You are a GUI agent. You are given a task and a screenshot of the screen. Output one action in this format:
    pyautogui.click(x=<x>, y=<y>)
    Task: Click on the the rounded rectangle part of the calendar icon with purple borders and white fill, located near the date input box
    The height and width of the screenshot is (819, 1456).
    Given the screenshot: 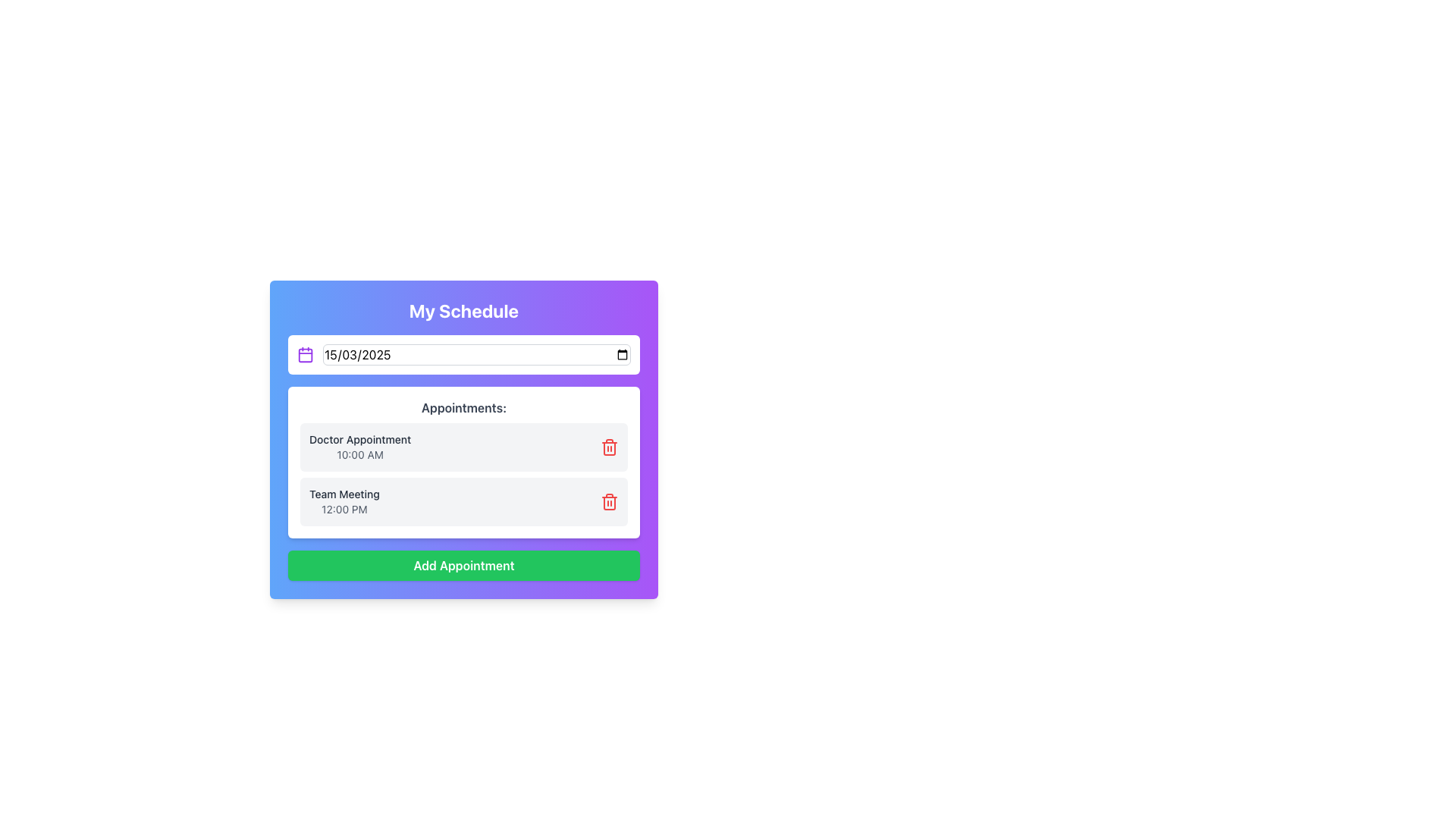 What is the action you would take?
    pyautogui.click(x=305, y=355)
    